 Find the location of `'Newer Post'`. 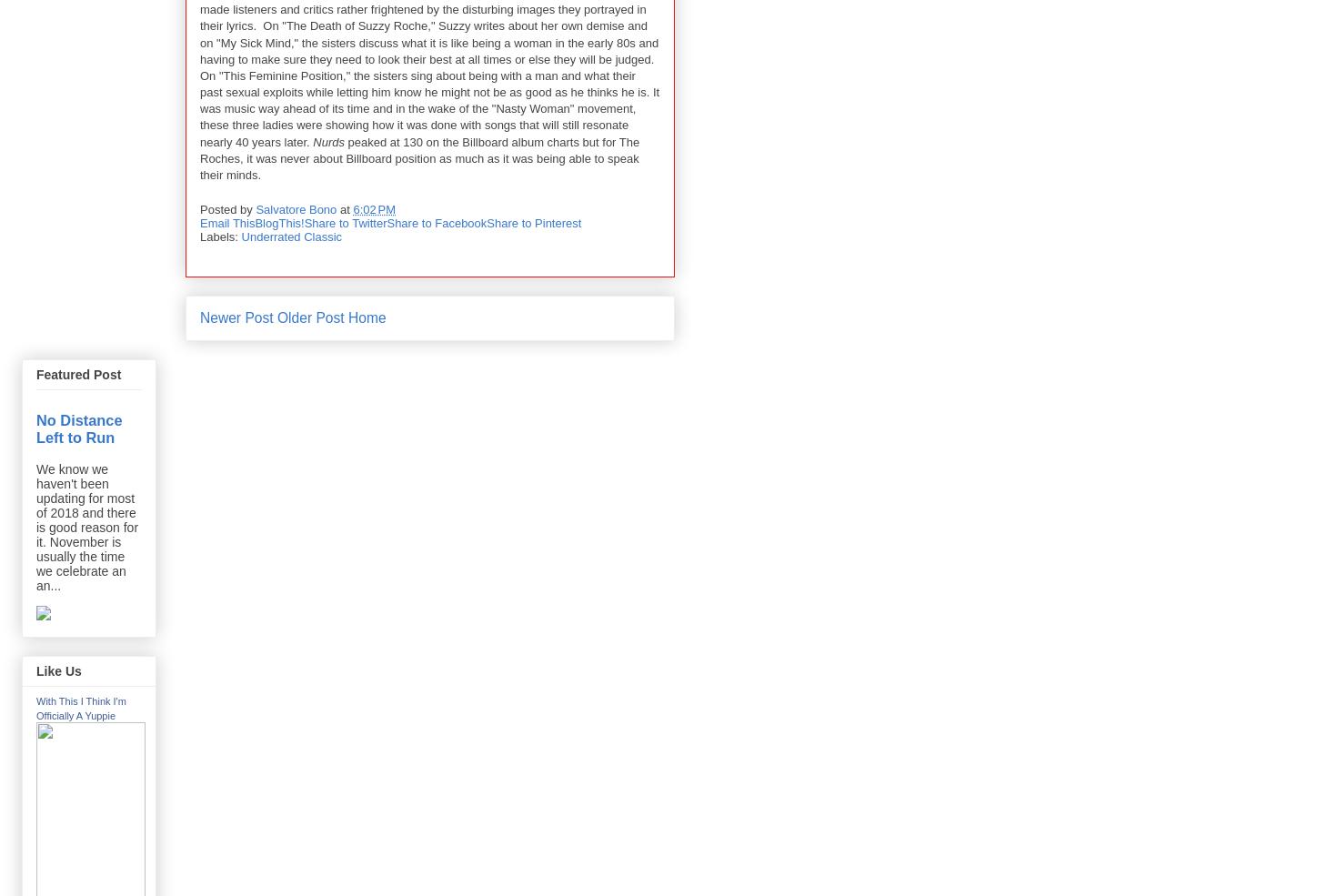

'Newer Post' is located at coordinates (236, 317).